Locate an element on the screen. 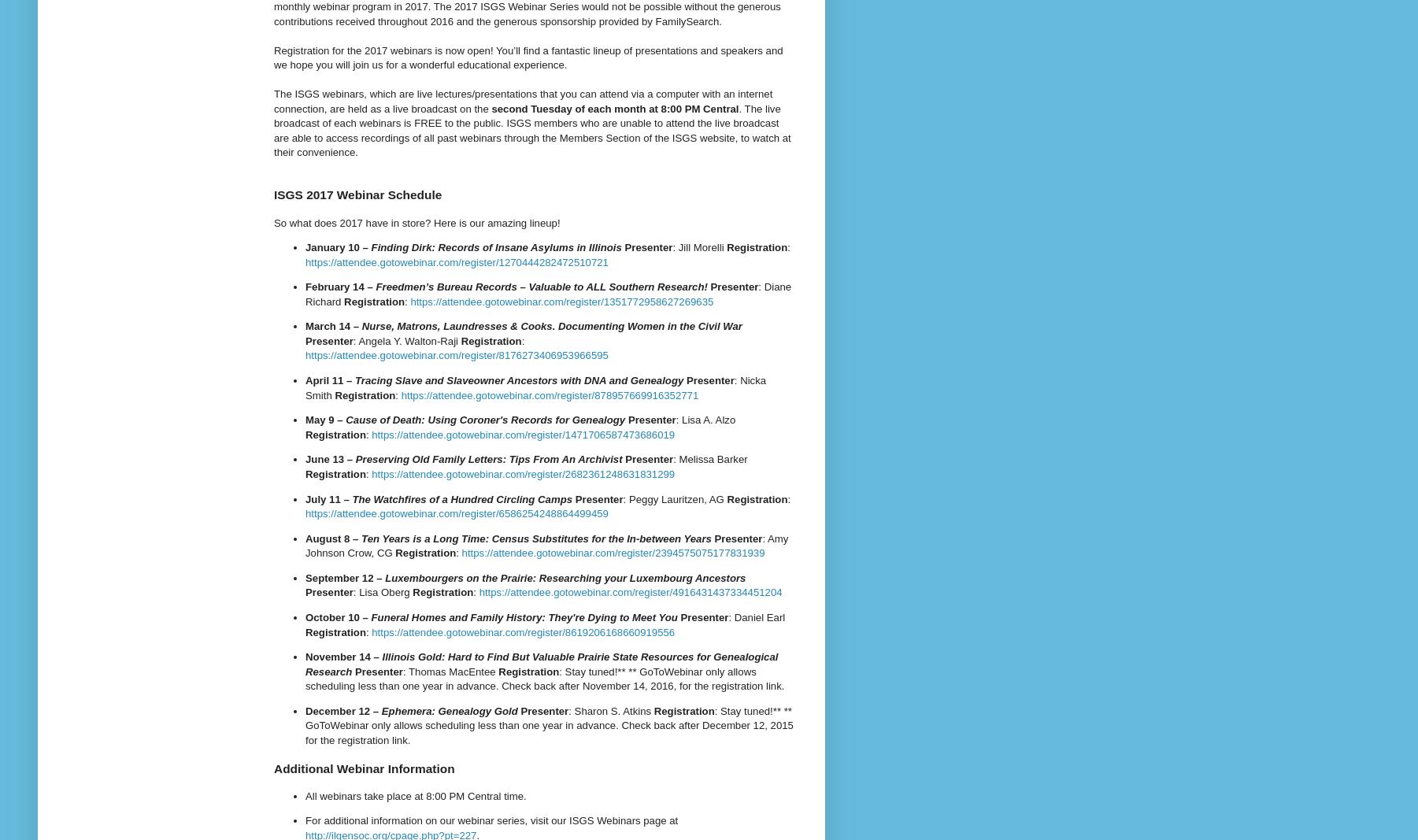 The height and width of the screenshot is (840, 1418). 'July 11 –' is located at coordinates (328, 498).